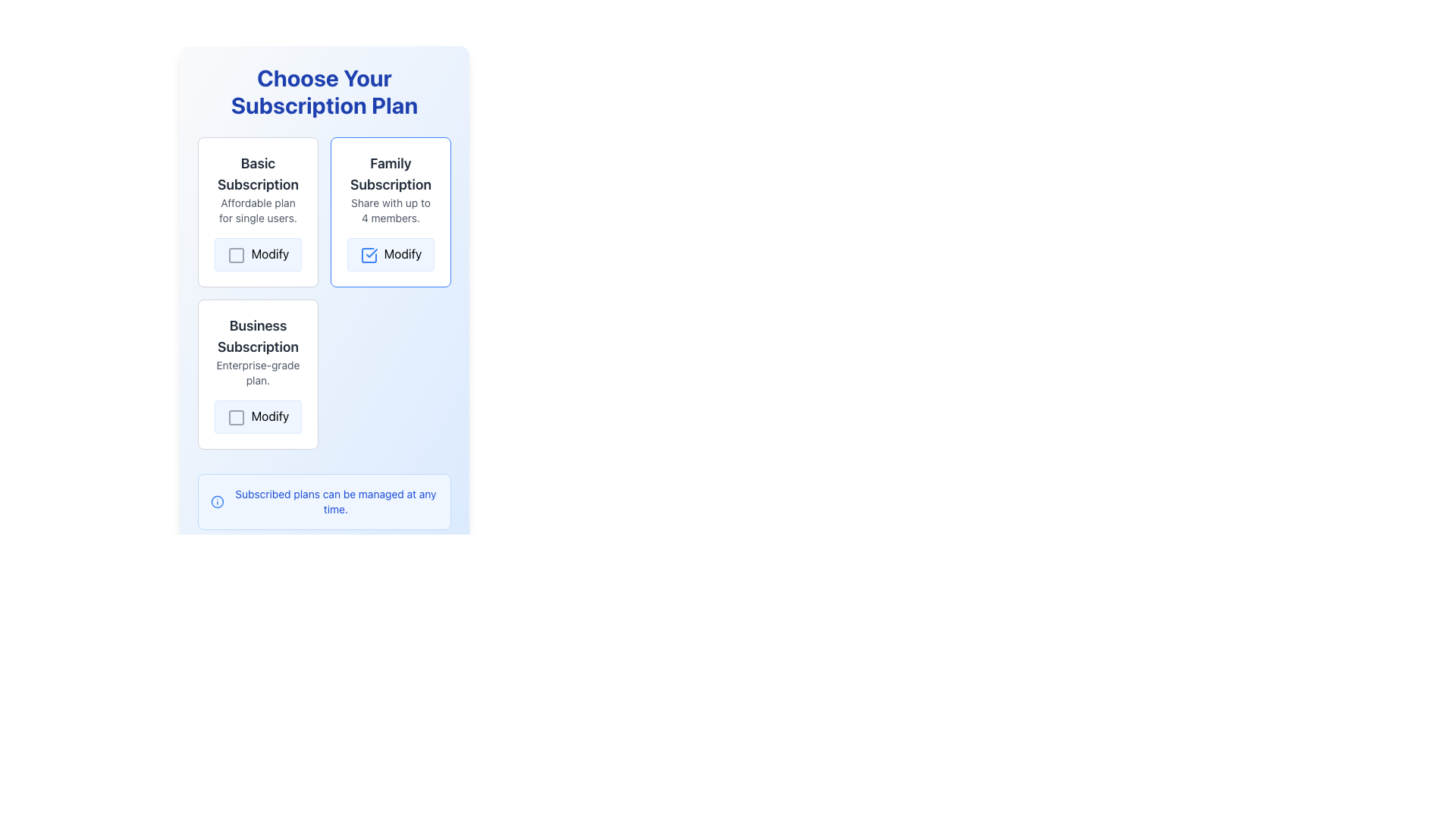  What do you see at coordinates (258, 174) in the screenshot?
I see `the 'Basic Subscription' heading text element, which is styled in bold, large dark gray font and located at the top of the leftmost card in the subscription plans grid` at bounding box center [258, 174].